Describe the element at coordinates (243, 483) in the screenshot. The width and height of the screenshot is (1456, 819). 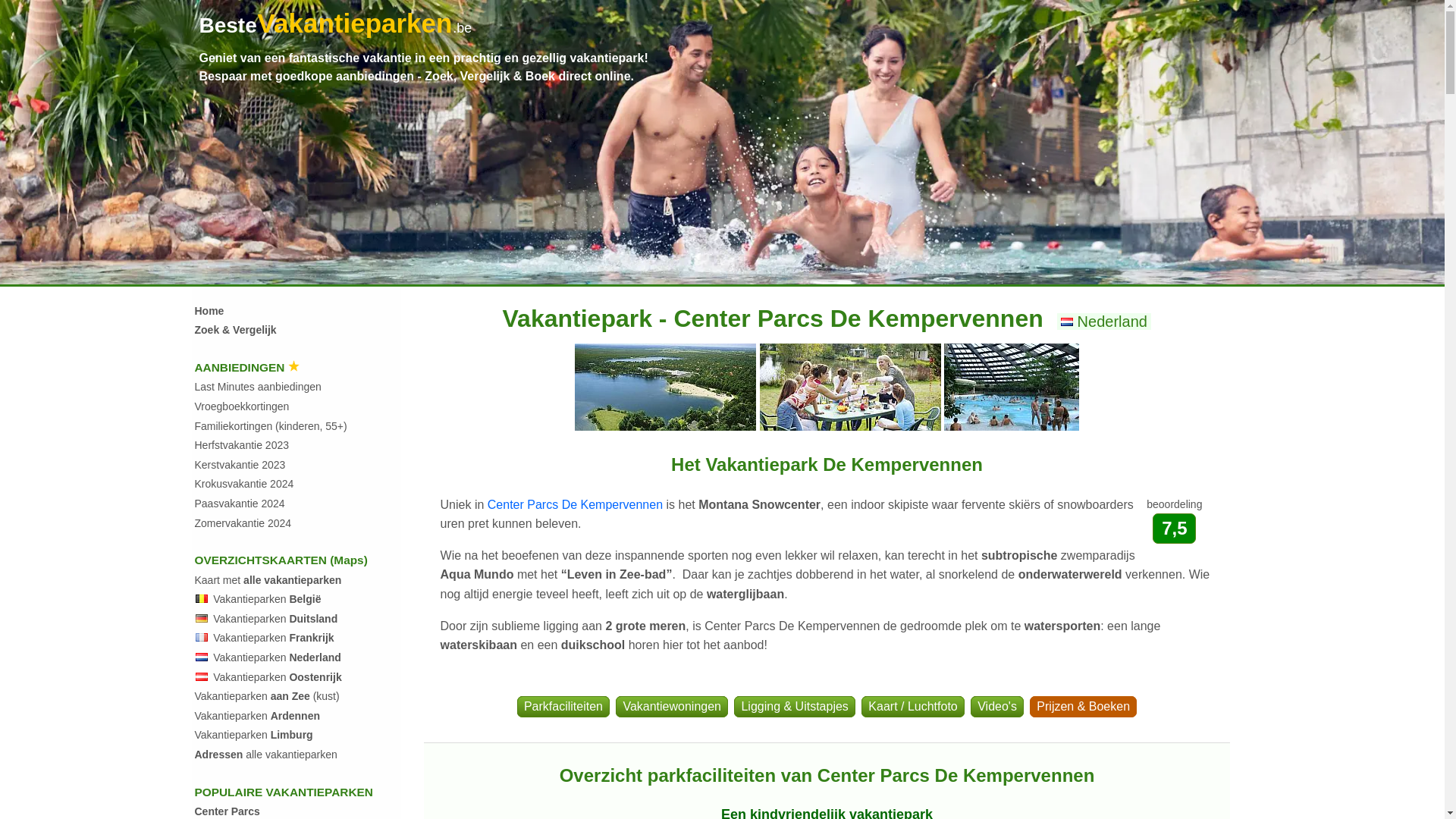
I see `'Krokusvakantie 2024'` at that location.